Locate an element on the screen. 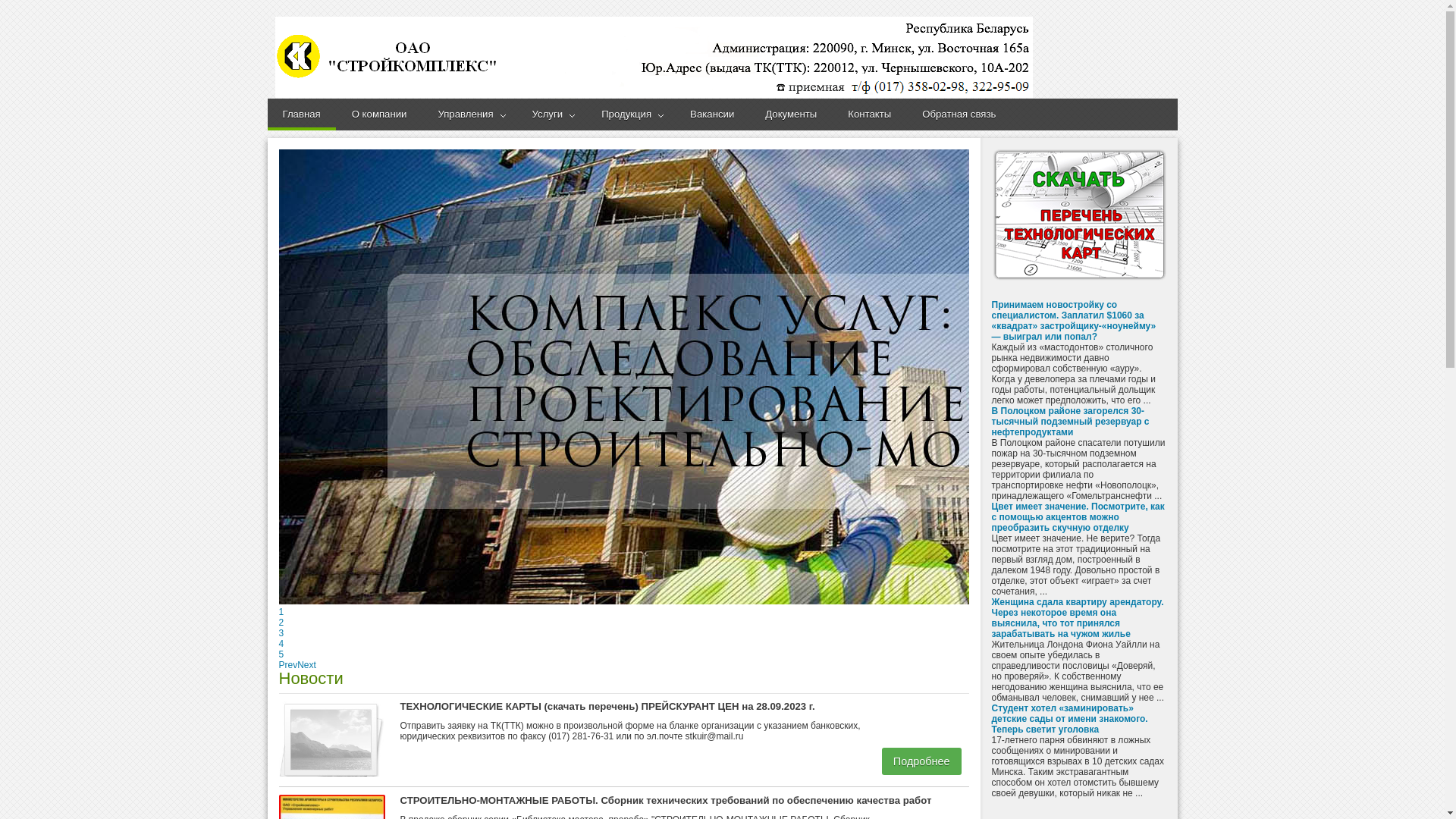 The height and width of the screenshot is (819, 1456). '4' is located at coordinates (281, 643).